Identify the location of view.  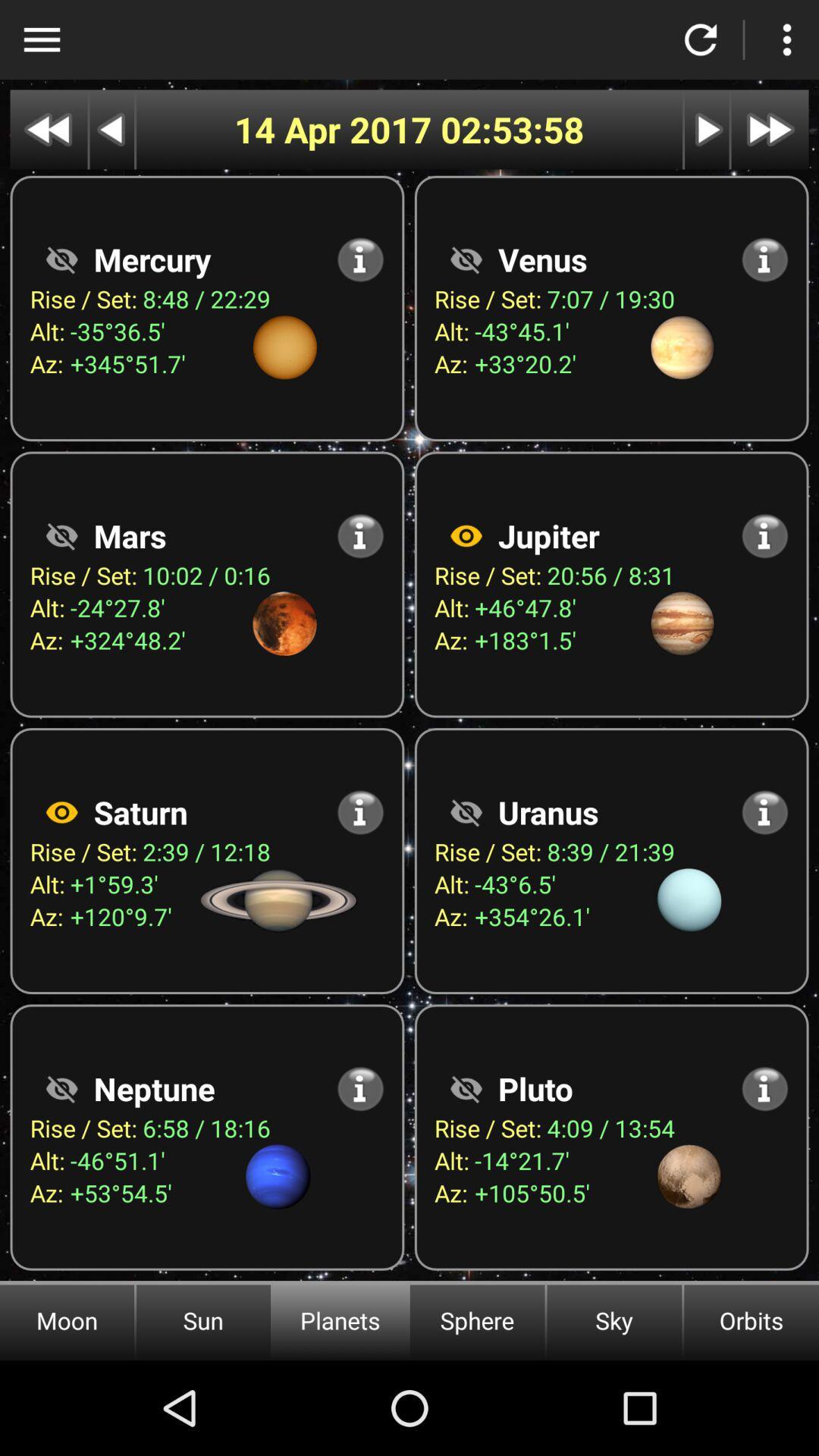
(465, 1087).